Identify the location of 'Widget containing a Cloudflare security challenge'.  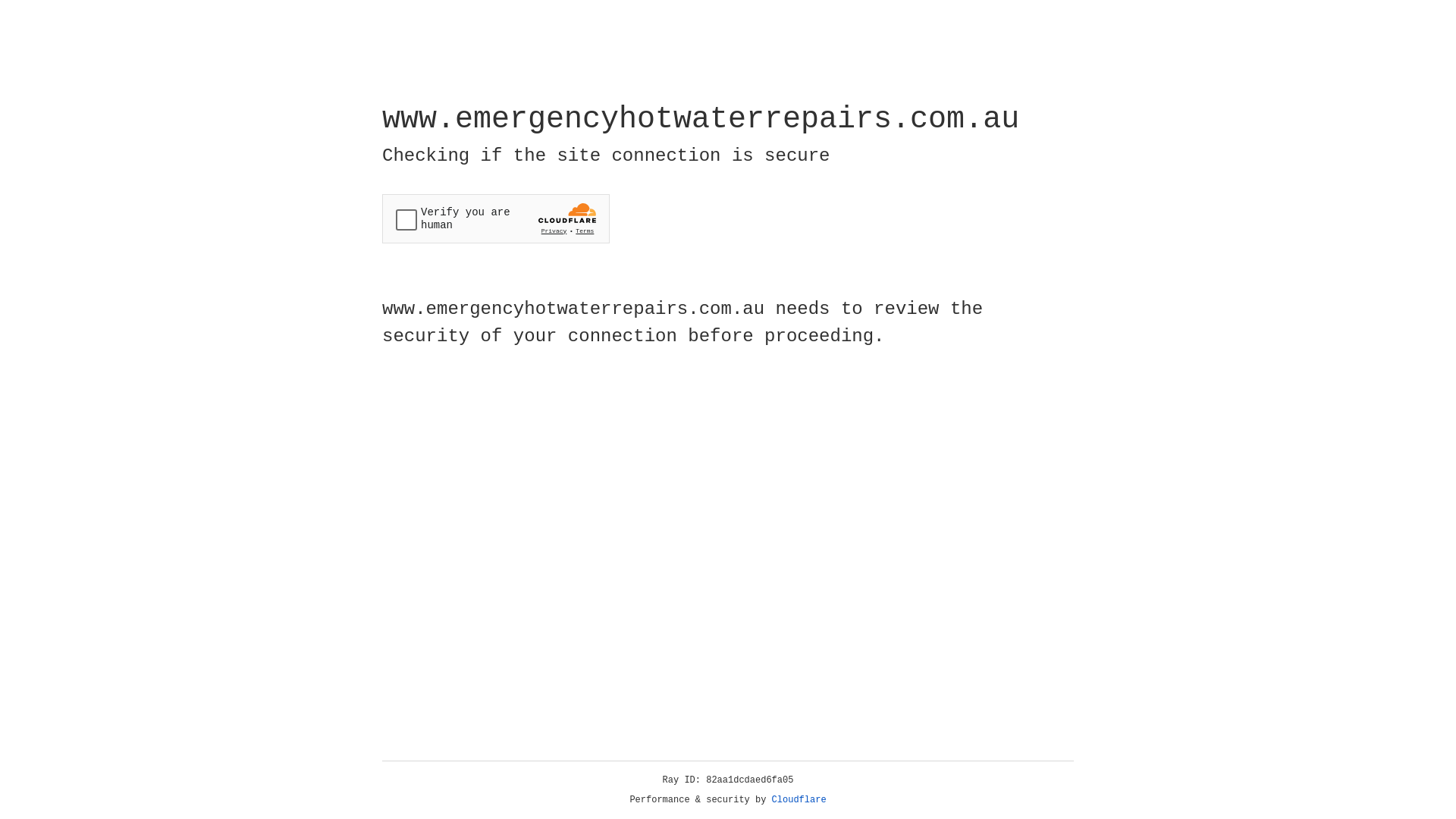
(495, 218).